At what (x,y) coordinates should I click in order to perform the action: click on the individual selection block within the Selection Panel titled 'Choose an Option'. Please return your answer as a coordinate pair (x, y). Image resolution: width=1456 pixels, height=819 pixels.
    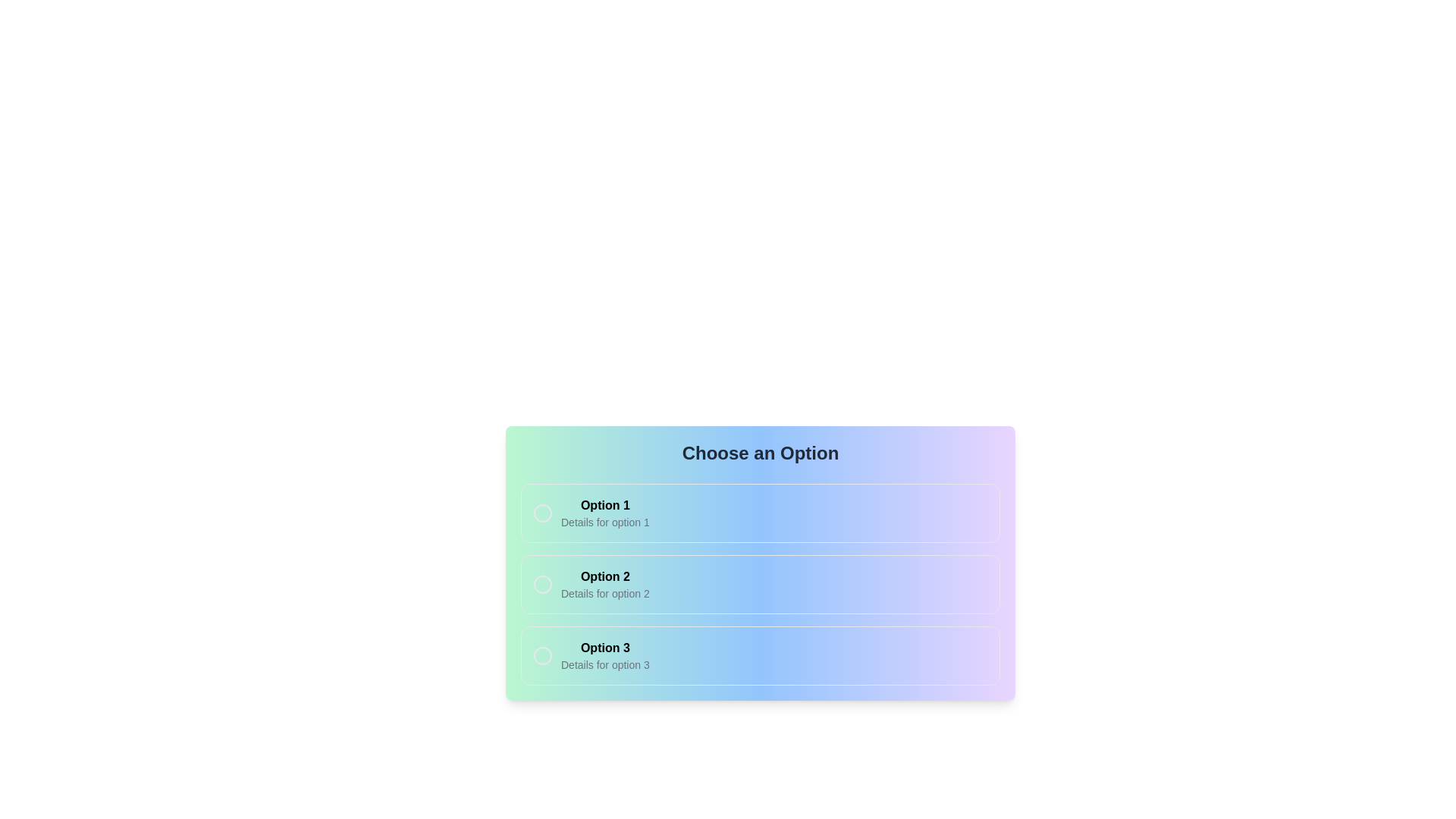
    Looking at the image, I should click on (761, 563).